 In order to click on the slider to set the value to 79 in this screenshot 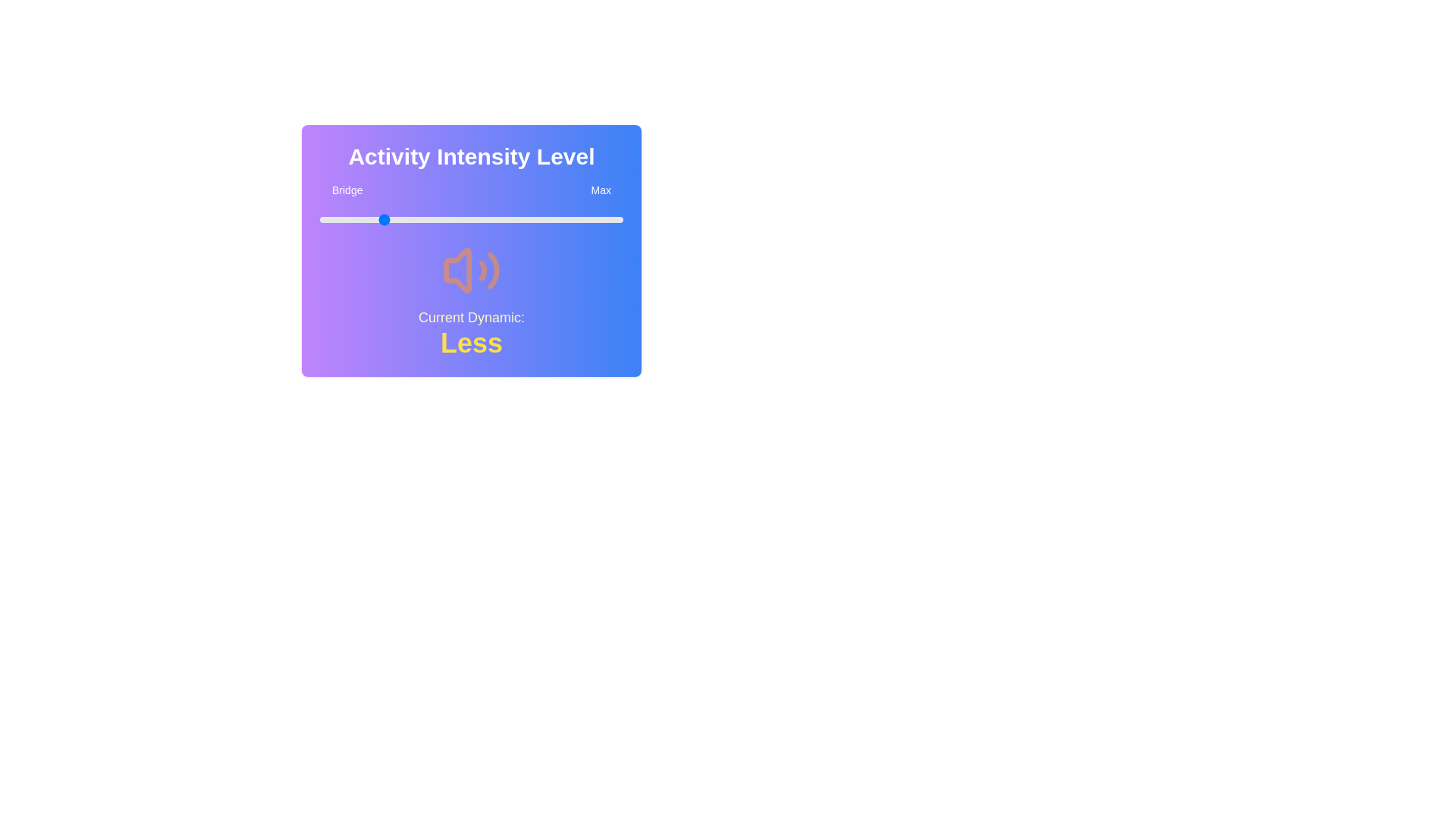, I will do `click(559, 219)`.